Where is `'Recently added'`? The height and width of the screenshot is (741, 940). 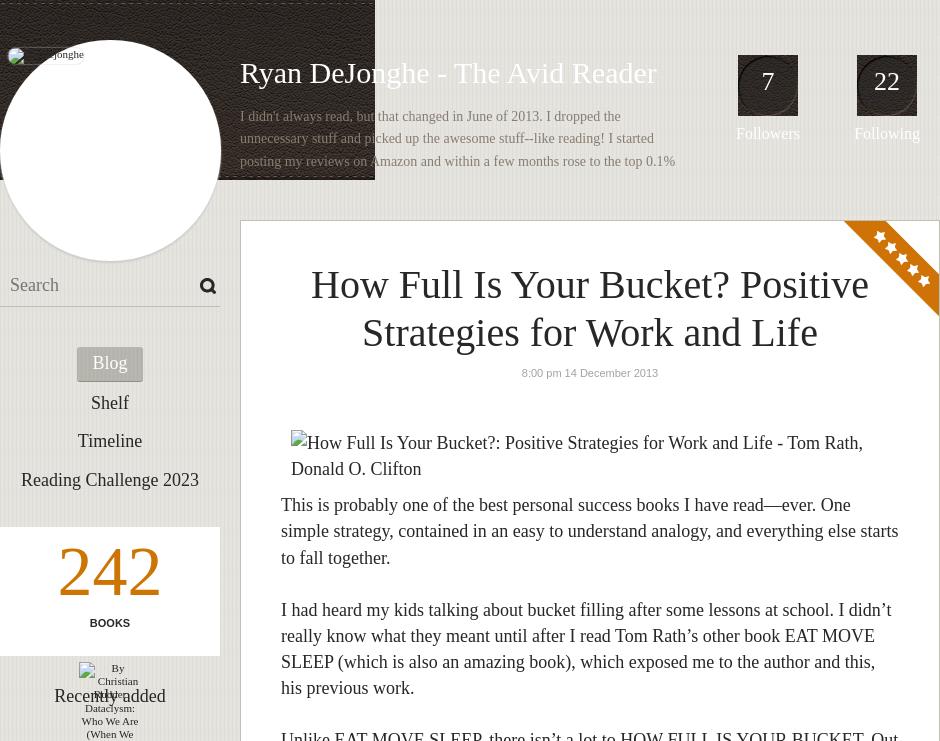
'Recently added' is located at coordinates (109, 693).